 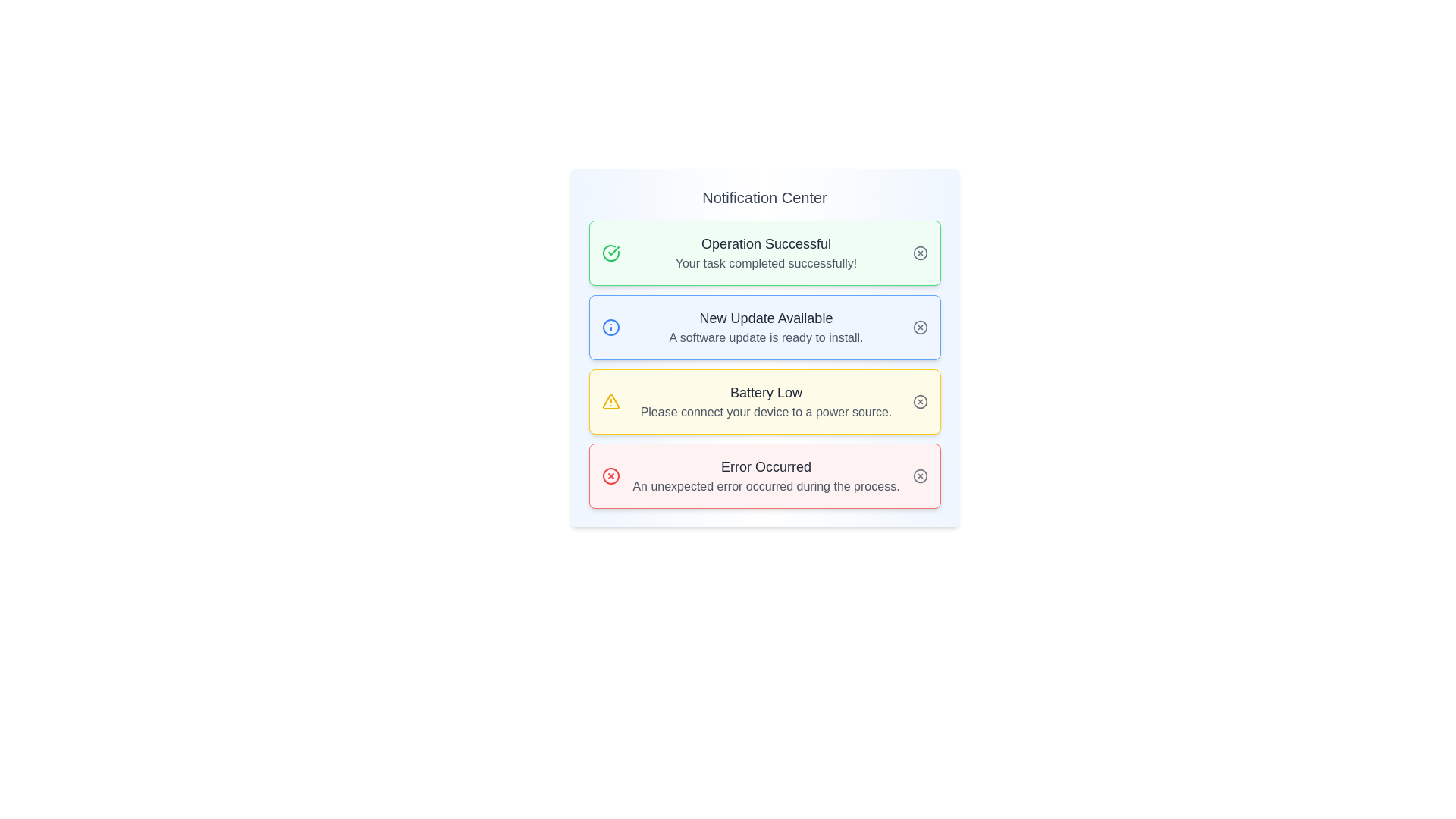 What do you see at coordinates (610, 400) in the screenshot?
I see `the warning alert icon indicating 'Battery Low' within the notification card, which is the third notification in the vertical list` at bounding box center [610, 400].